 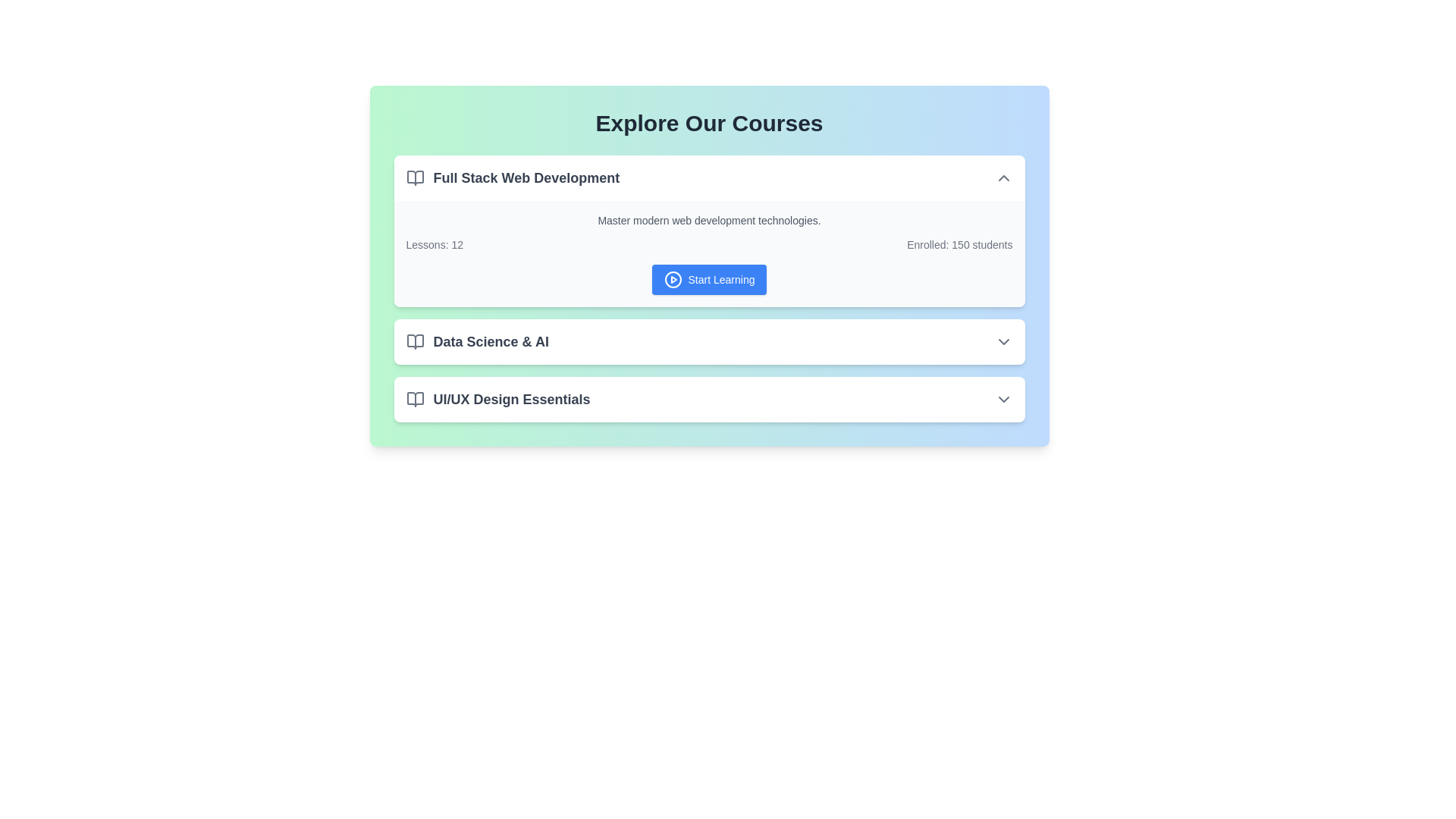 What do you see at coordinates (415, 177) in the screenshot?
I see `the icon that visually represents the 'Full Stack Web Development' course, located to the left of the course title` at bounding box center [415, 177].